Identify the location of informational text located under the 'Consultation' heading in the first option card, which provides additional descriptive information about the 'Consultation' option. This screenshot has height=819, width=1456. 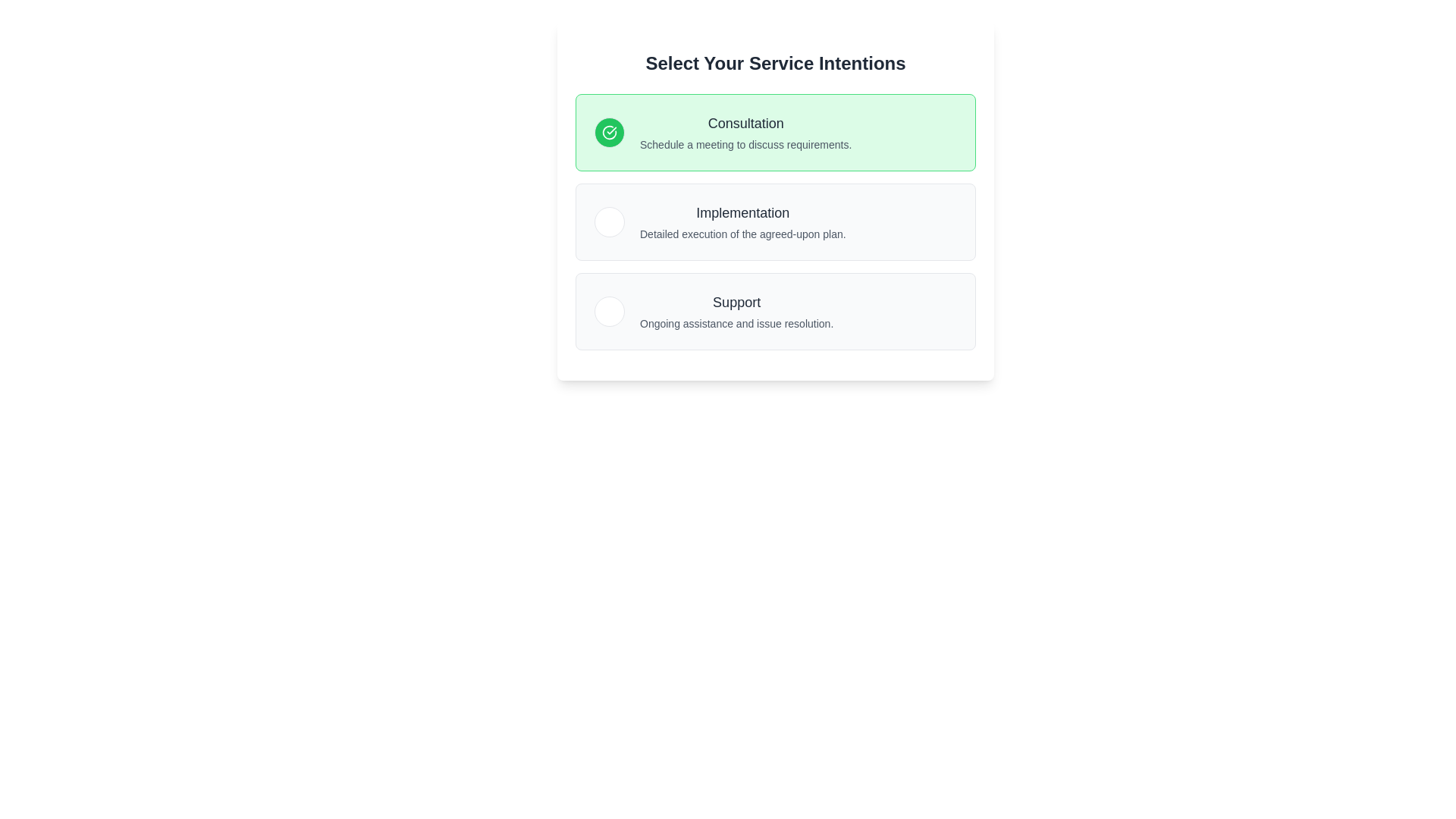
(745, 145).